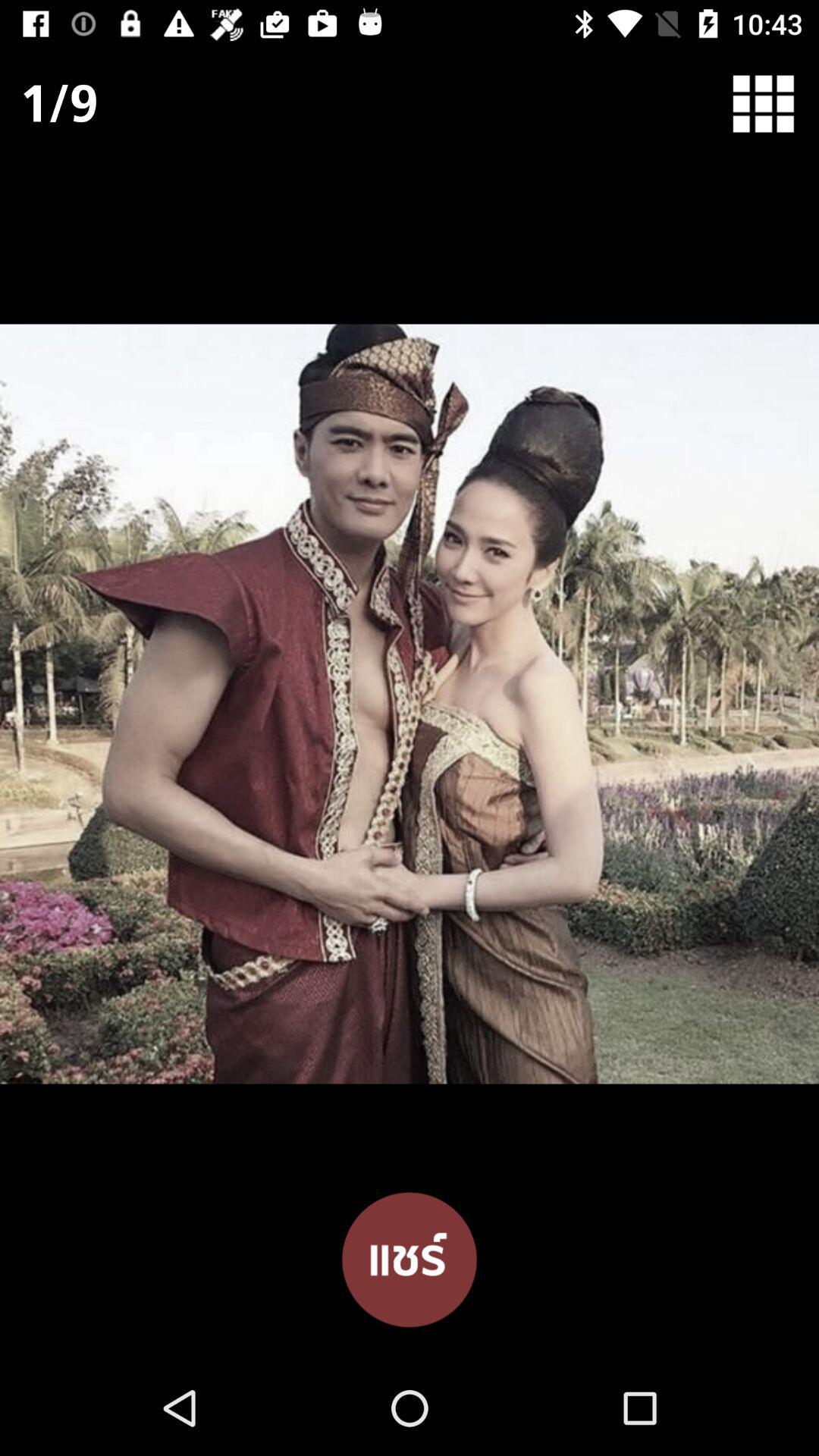 This screenshot has height=1456, width=819. I want to click on item at the top right corner, so click(773, 102).